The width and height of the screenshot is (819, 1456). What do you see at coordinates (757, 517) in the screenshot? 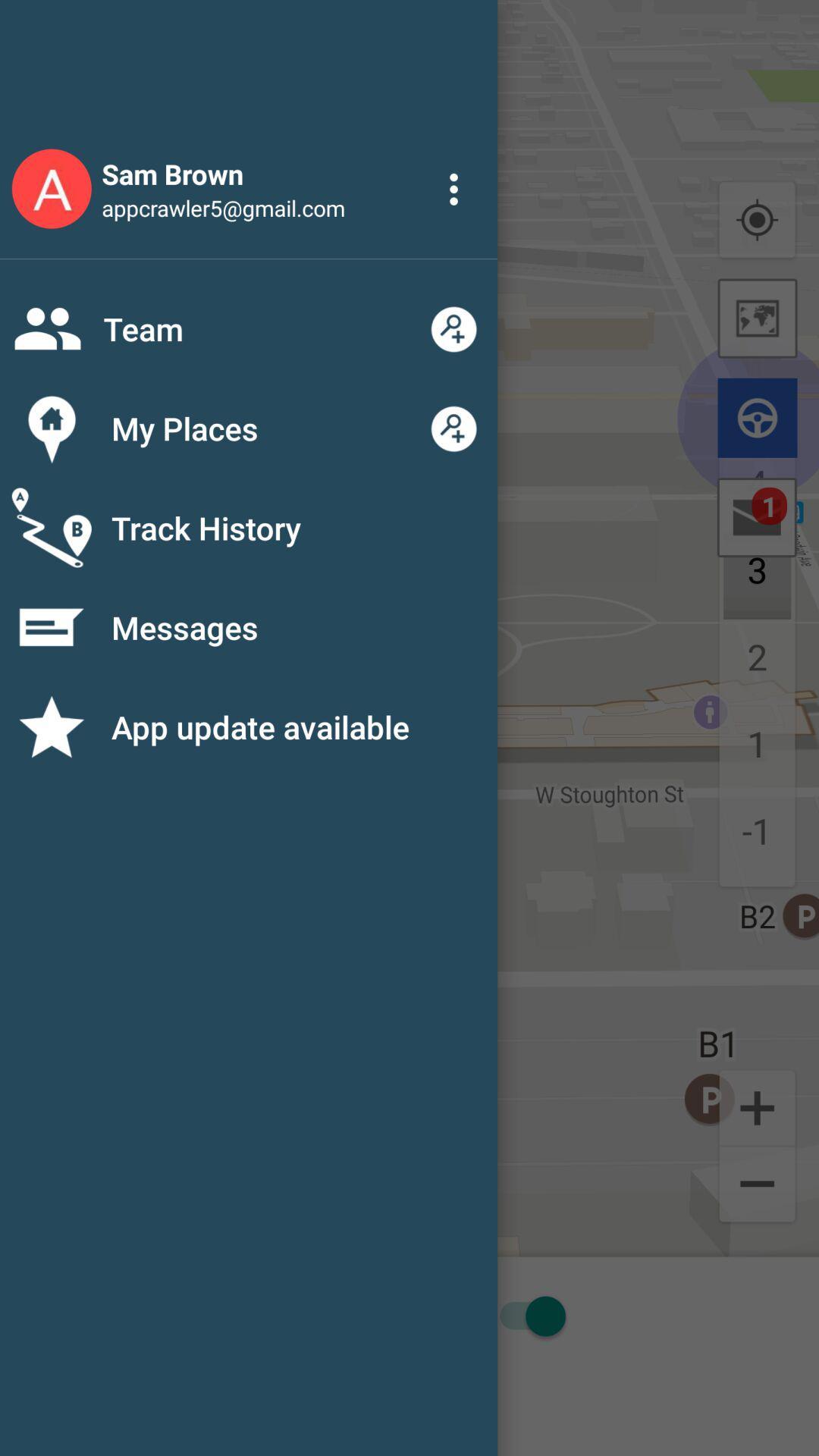
I see `the email icon` at bounding box center [757, 517].